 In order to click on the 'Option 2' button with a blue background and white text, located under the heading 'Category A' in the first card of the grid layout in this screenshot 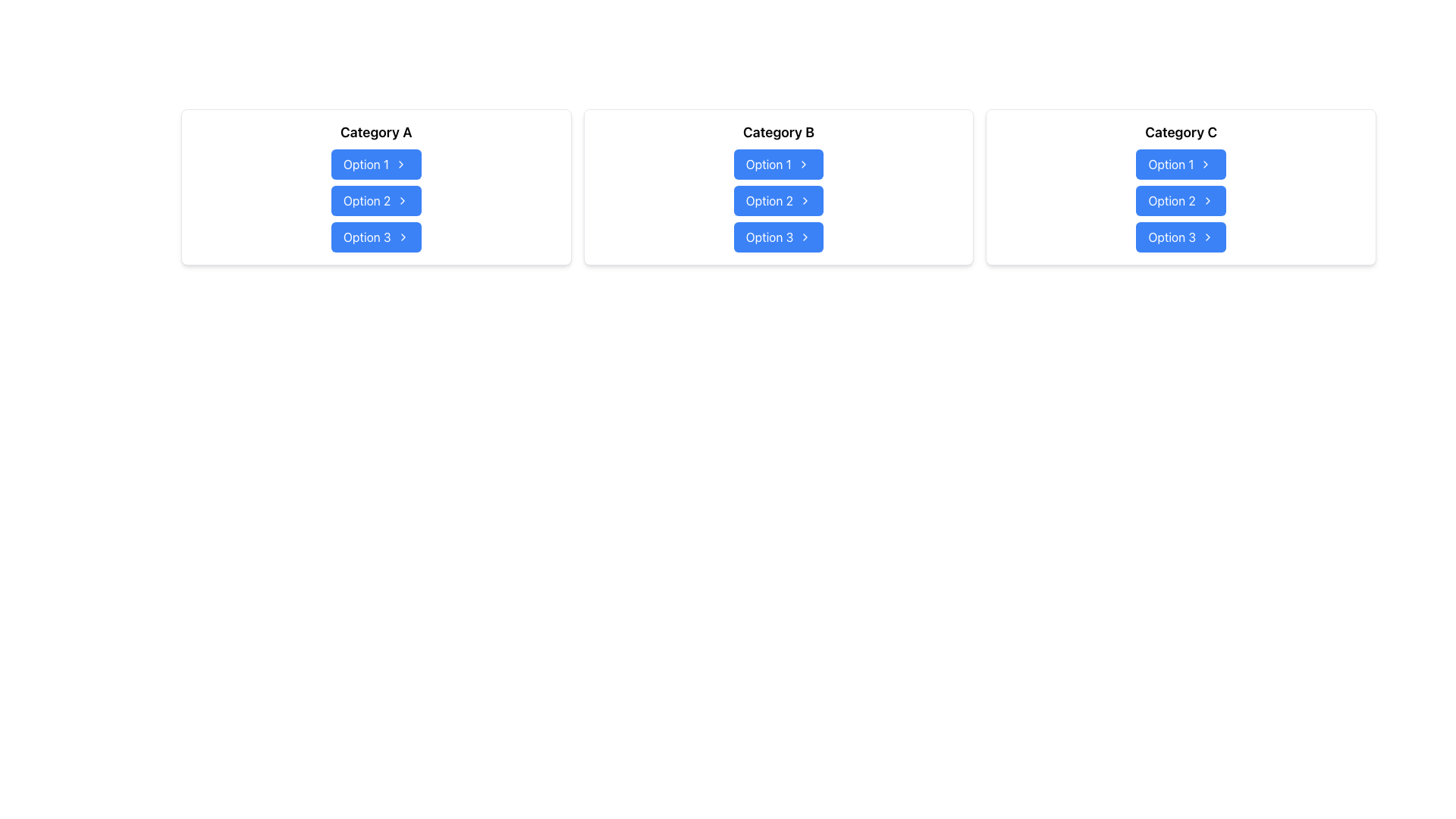, I will do `click(376, 186)`.